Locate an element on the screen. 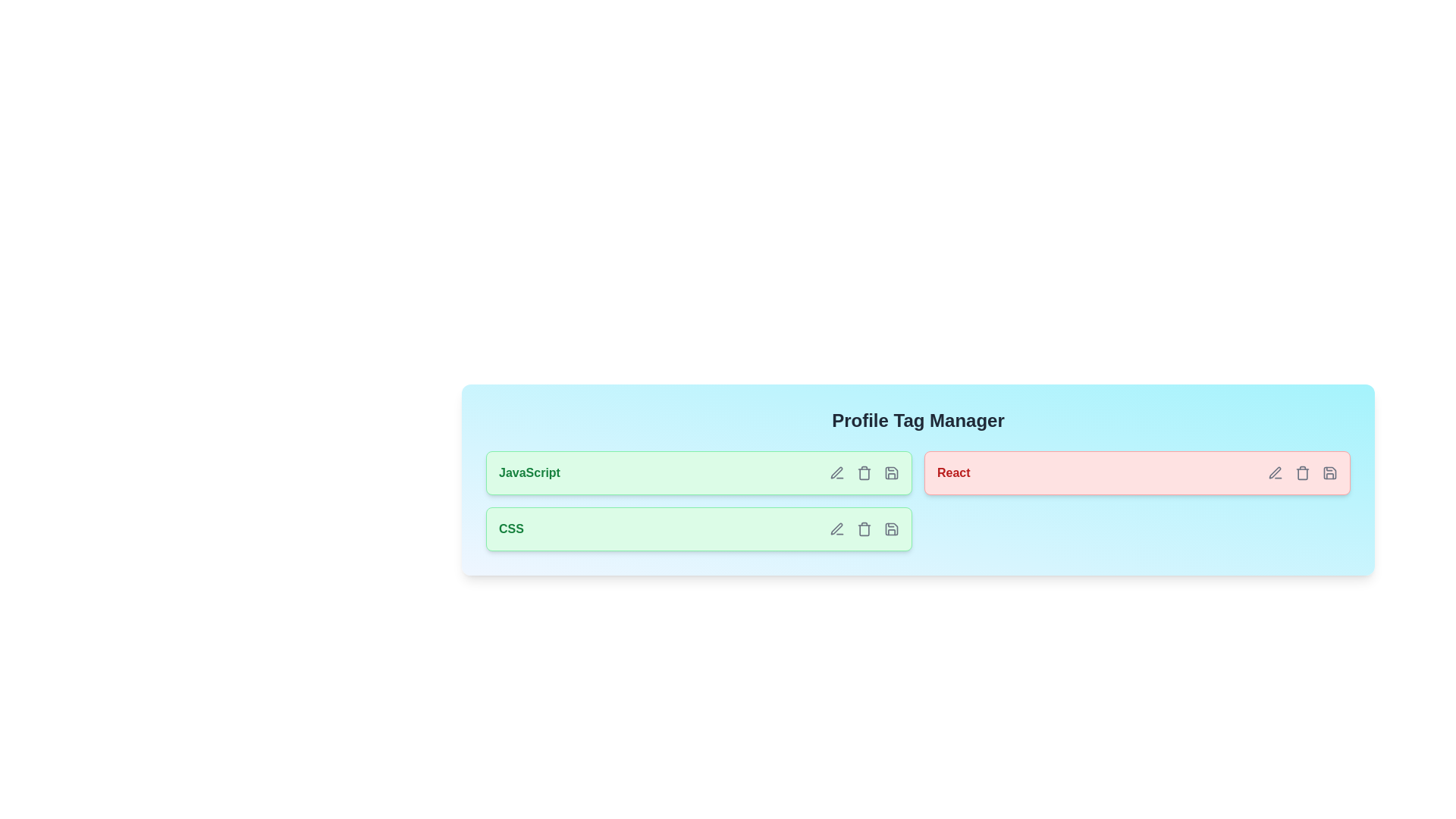  the delete icon for the tag CSS is located at coordinates (864, 529).